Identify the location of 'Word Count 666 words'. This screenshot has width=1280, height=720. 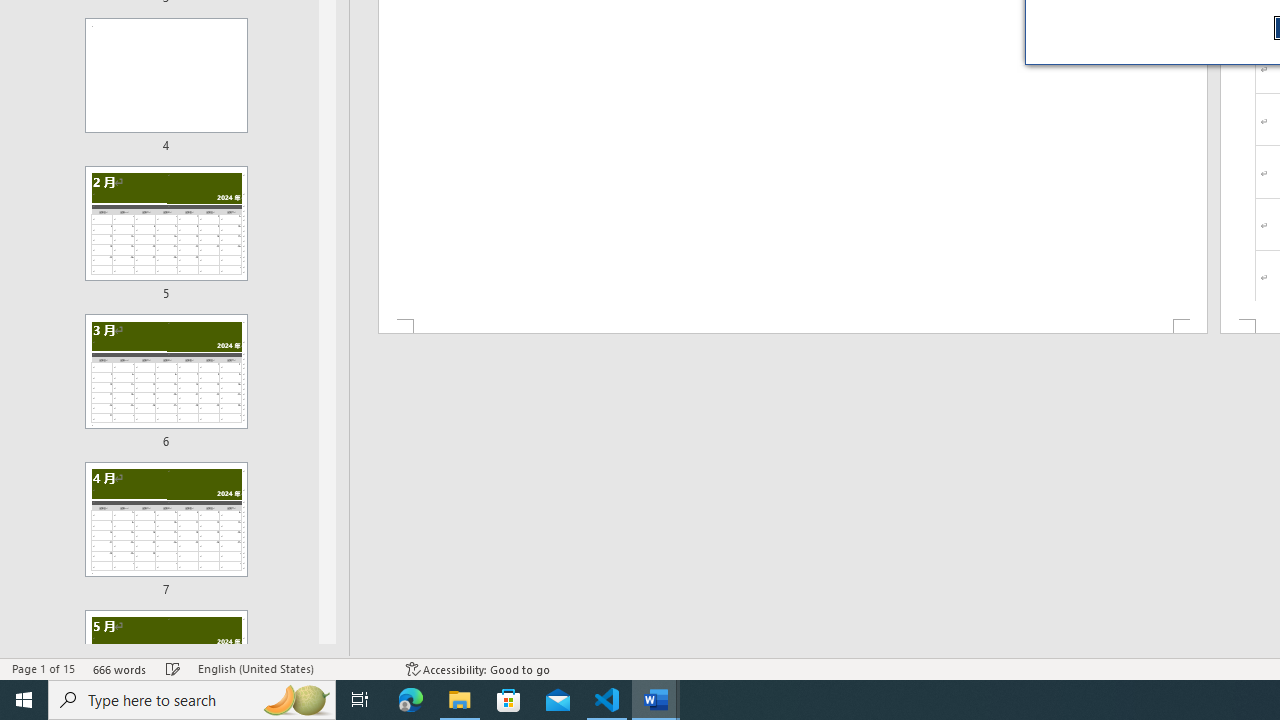
(119, 669).